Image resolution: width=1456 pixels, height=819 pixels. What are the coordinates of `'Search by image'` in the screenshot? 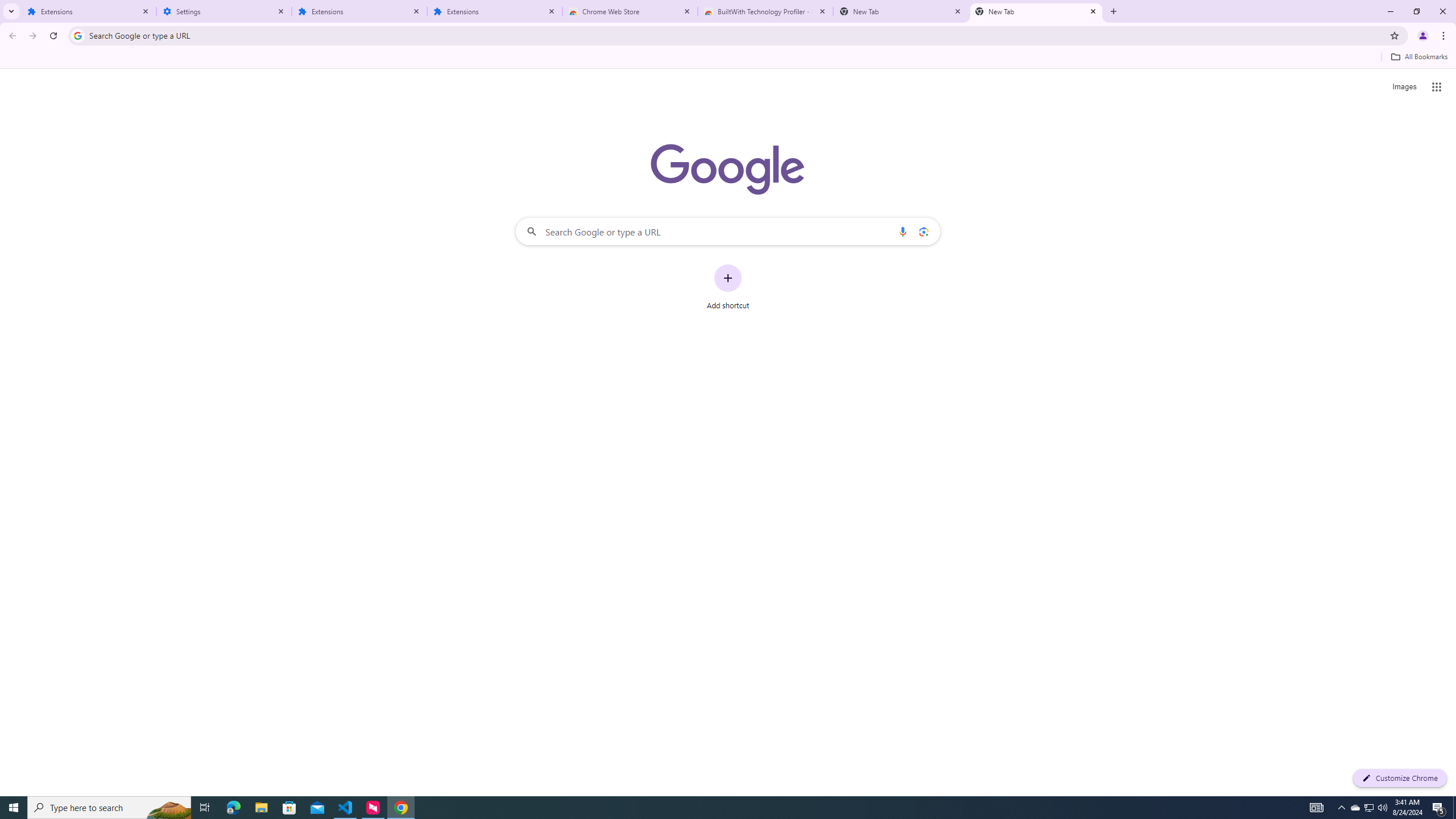 It's located at (923, 230).